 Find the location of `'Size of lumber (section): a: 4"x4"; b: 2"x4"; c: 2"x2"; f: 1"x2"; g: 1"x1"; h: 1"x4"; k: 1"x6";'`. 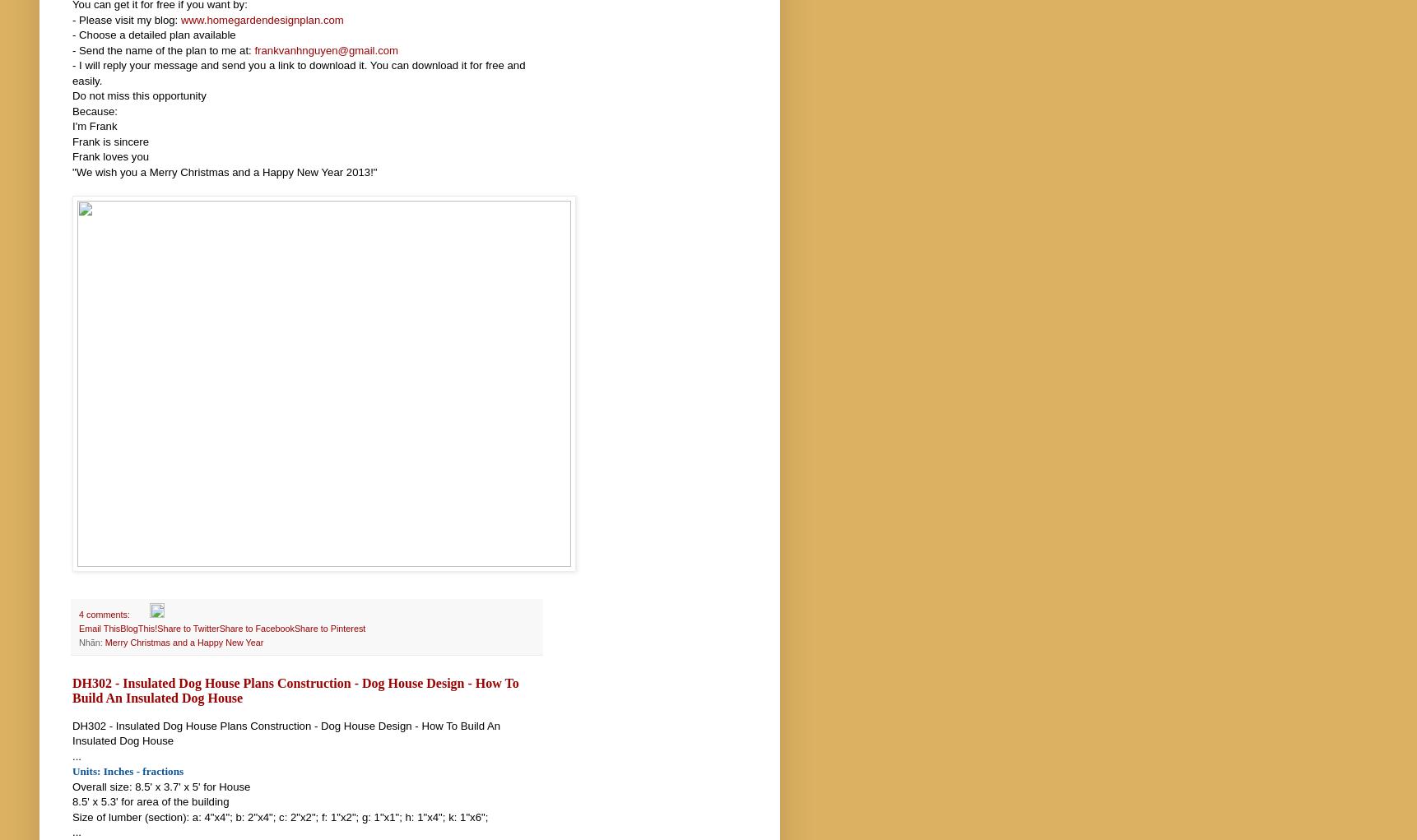

'Size of lumber (section): a: 4"x4"; b: 2"x4"; c: 2"x2"; f: 1"x2"; g: 1"x1"; h: 1"x4"; k: 1"x6";' is located at coordinates (279, 816).